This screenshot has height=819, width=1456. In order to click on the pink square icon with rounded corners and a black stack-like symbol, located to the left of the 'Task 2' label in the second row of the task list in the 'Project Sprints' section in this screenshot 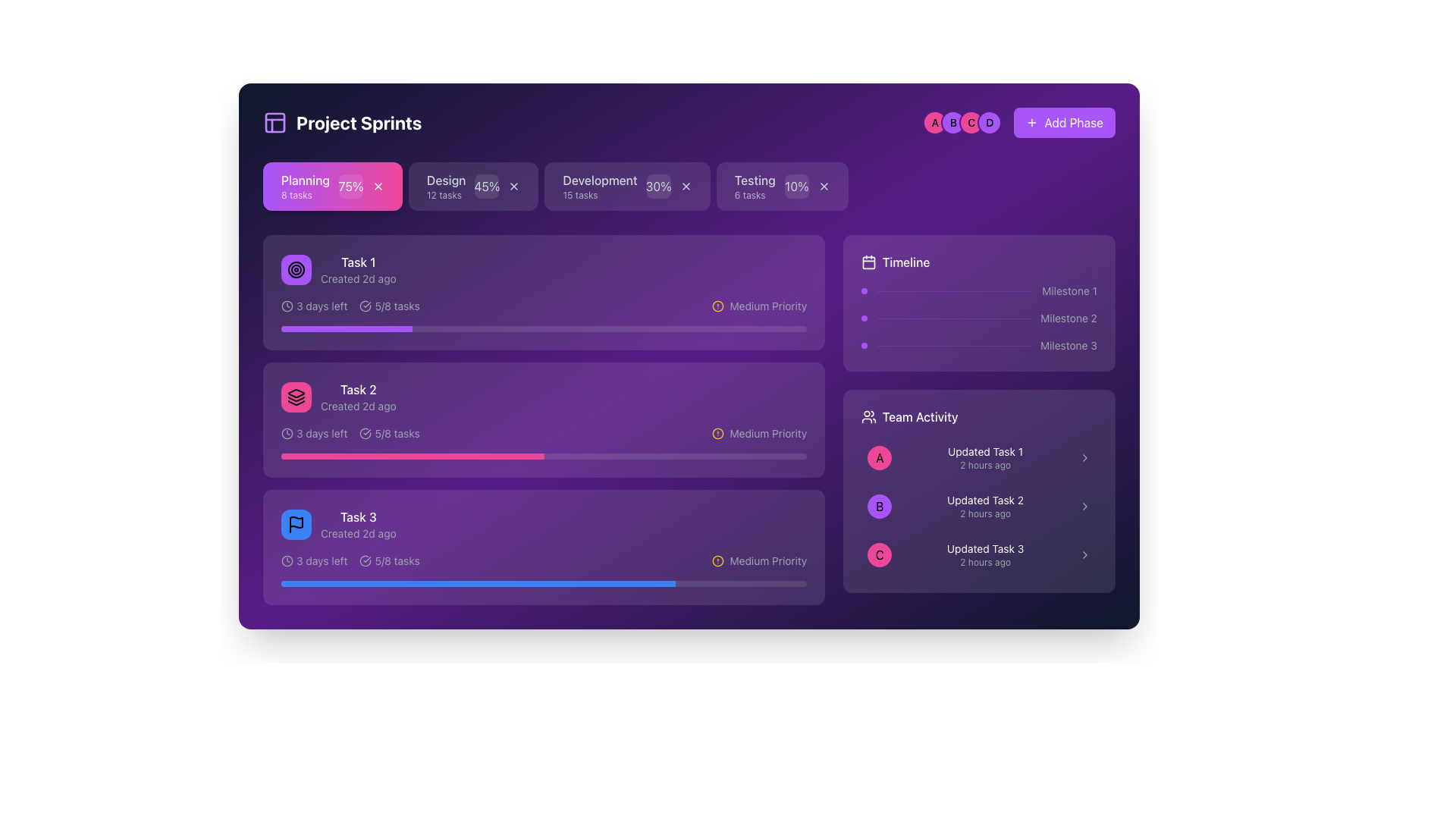, I will do `click(296, 397)`.